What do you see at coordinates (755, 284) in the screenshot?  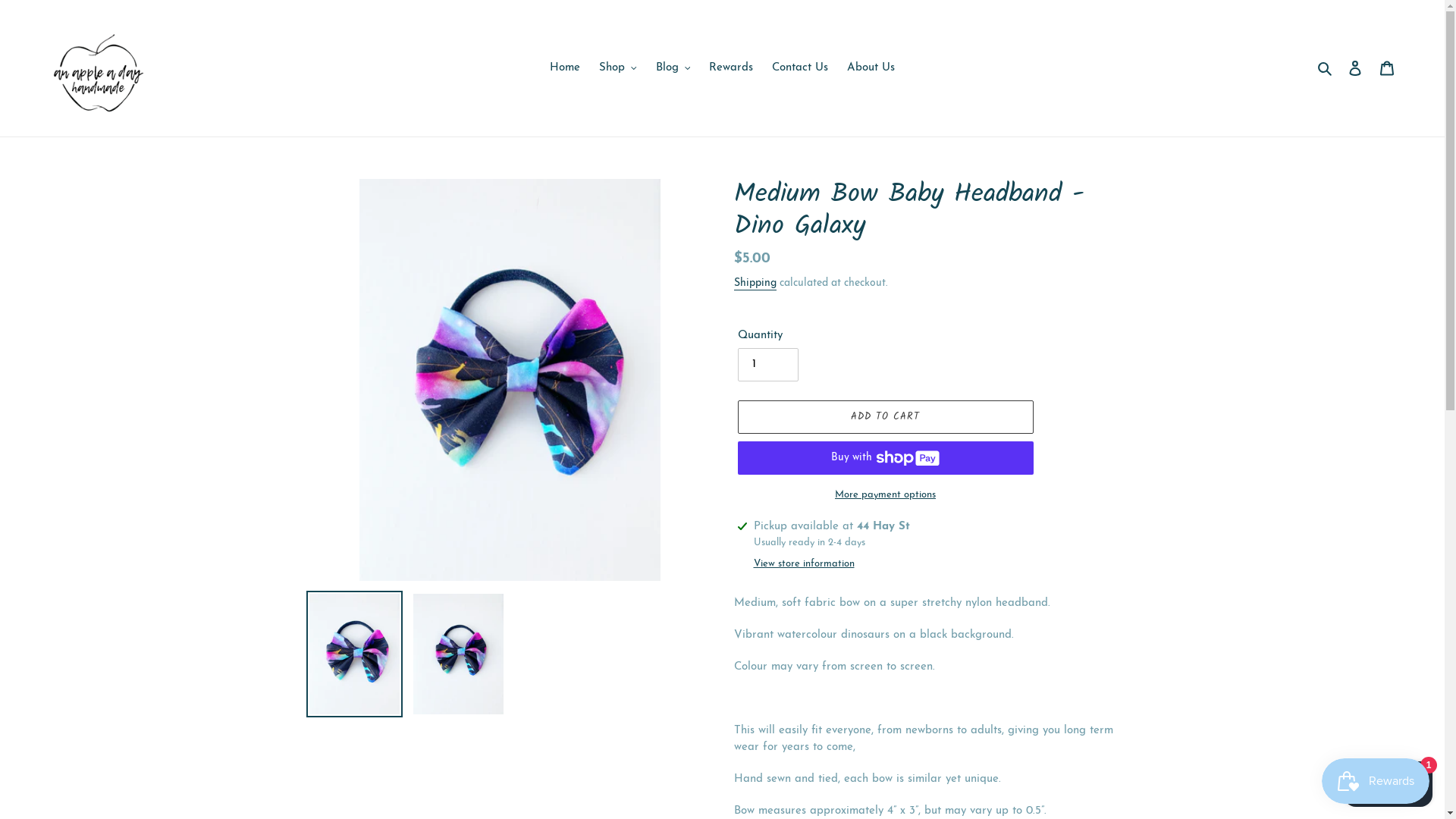 I see `'Shipping'` at bounding box center [755, 284].